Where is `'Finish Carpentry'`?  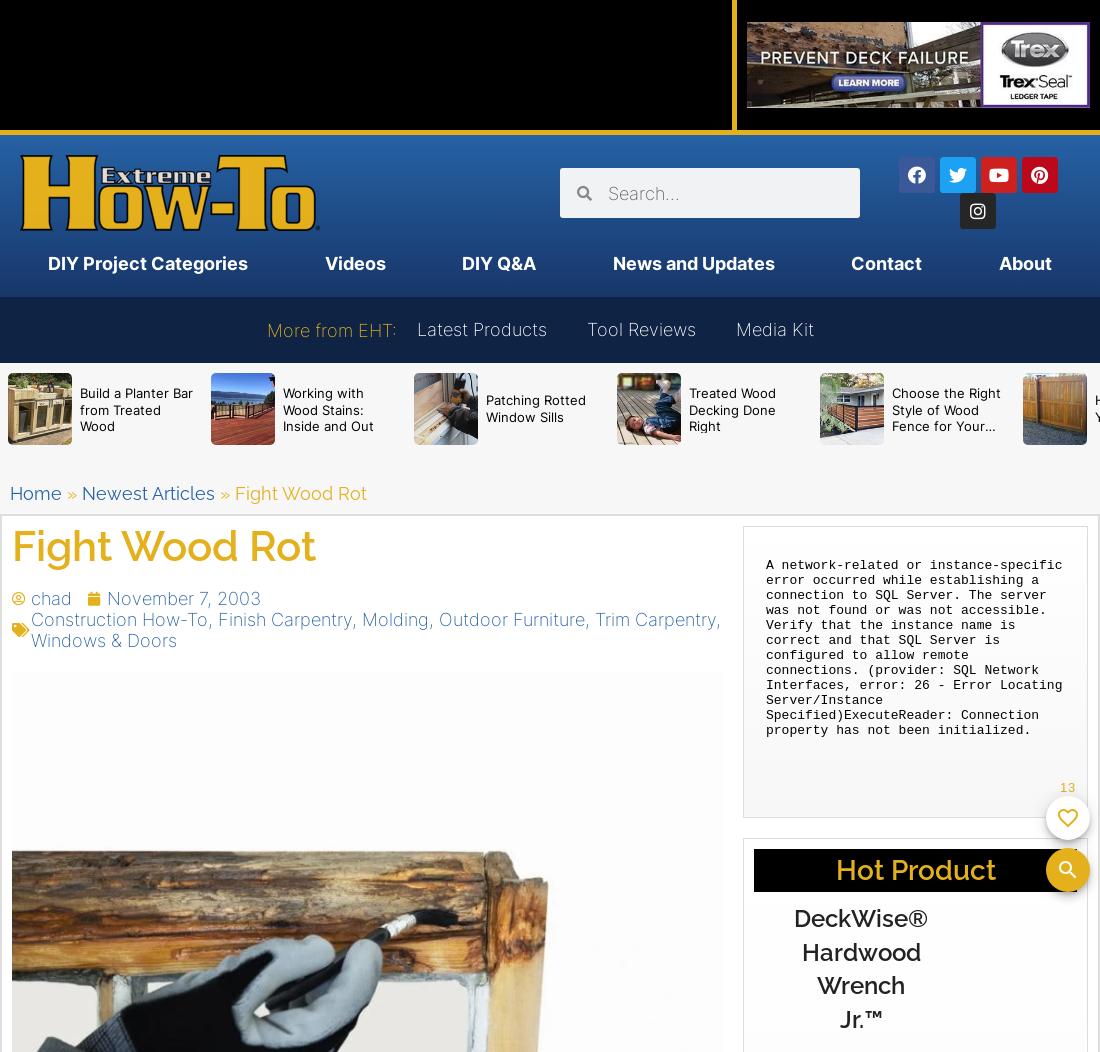 'Finish Carpentry' is located at coordinates (284, 619).